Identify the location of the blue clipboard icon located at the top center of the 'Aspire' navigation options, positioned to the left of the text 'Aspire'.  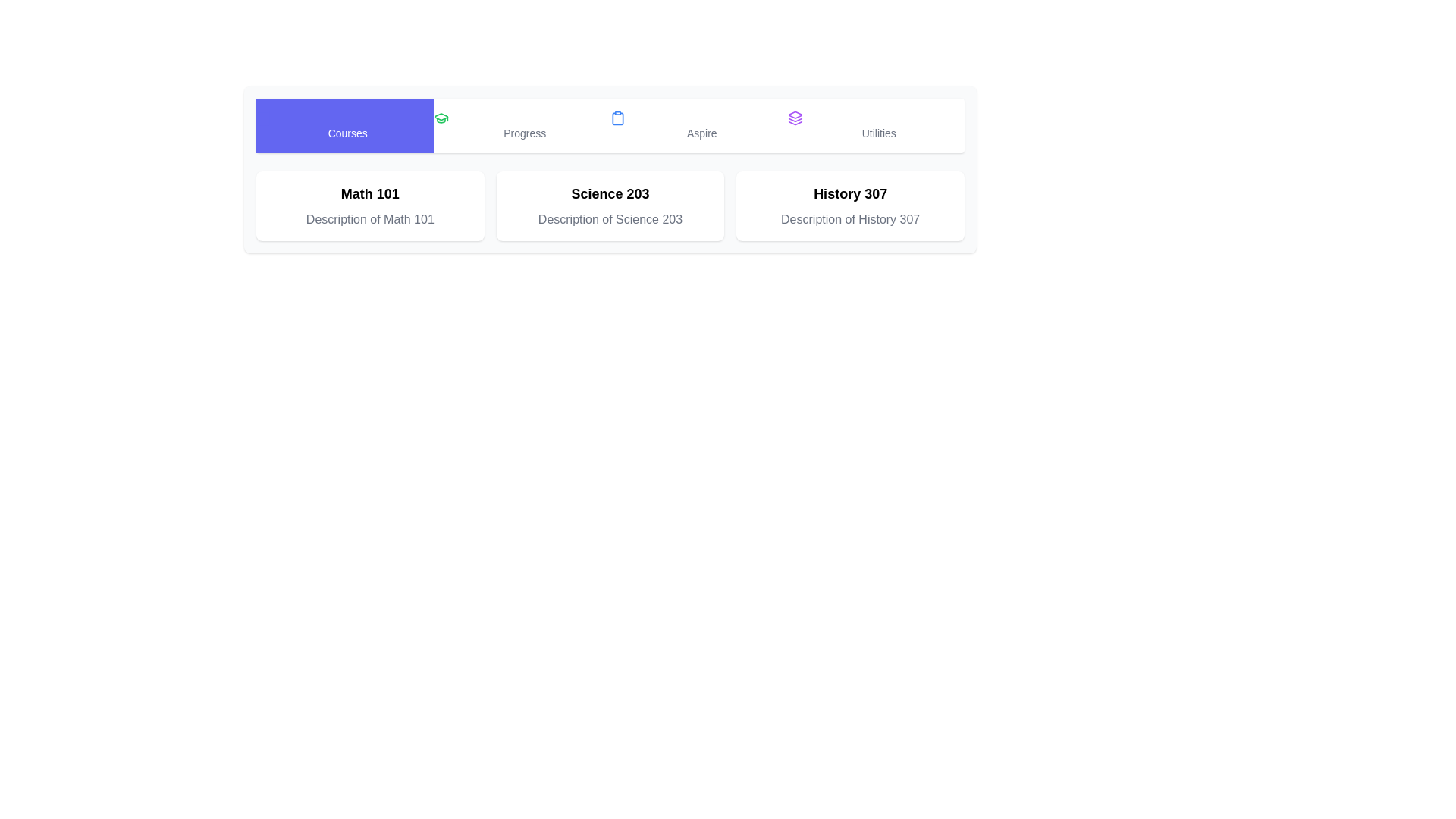
(618, 117).